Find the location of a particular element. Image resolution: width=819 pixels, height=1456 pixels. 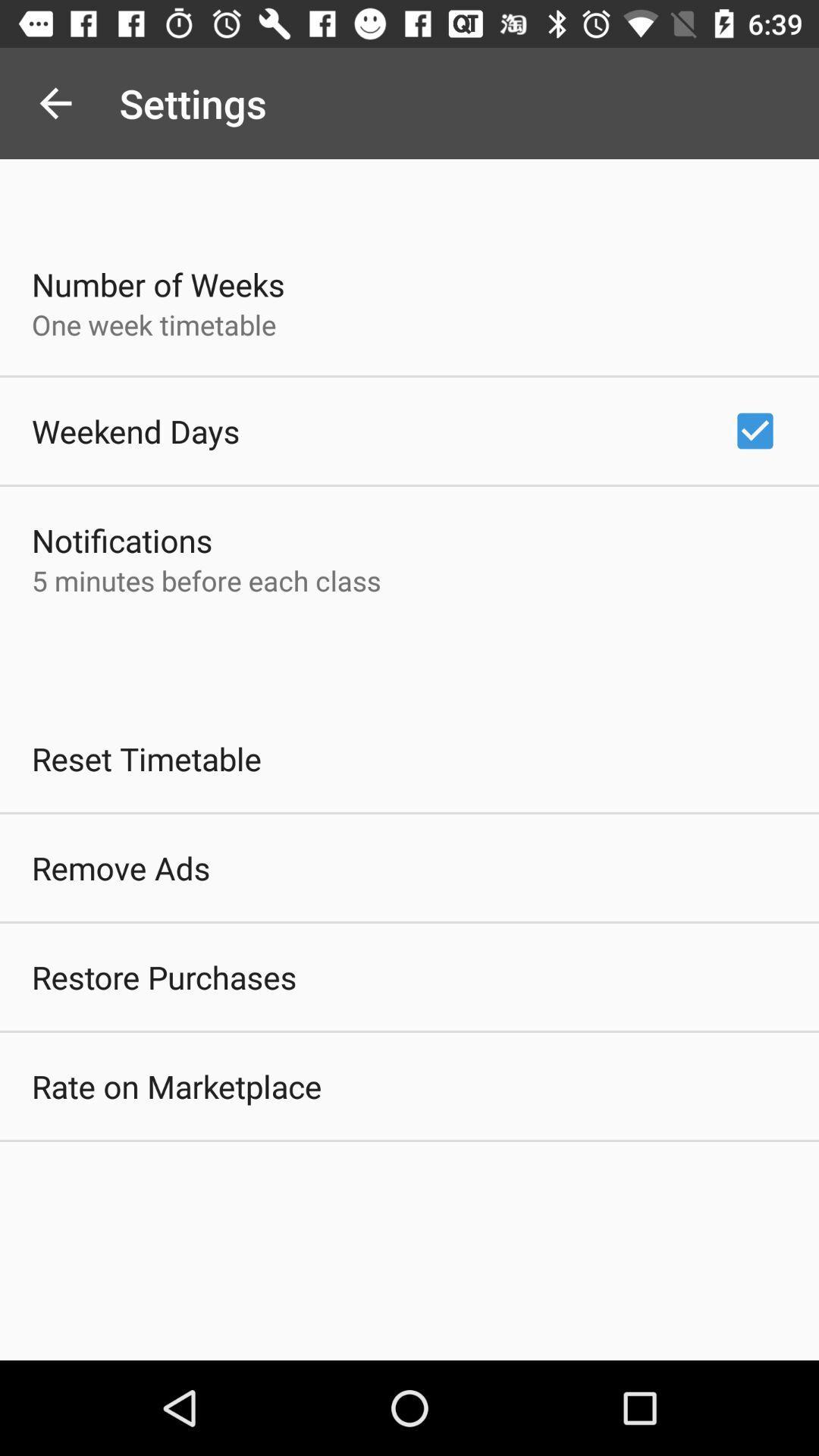

app to the right of weekend days is located at coordinates (755, 430).